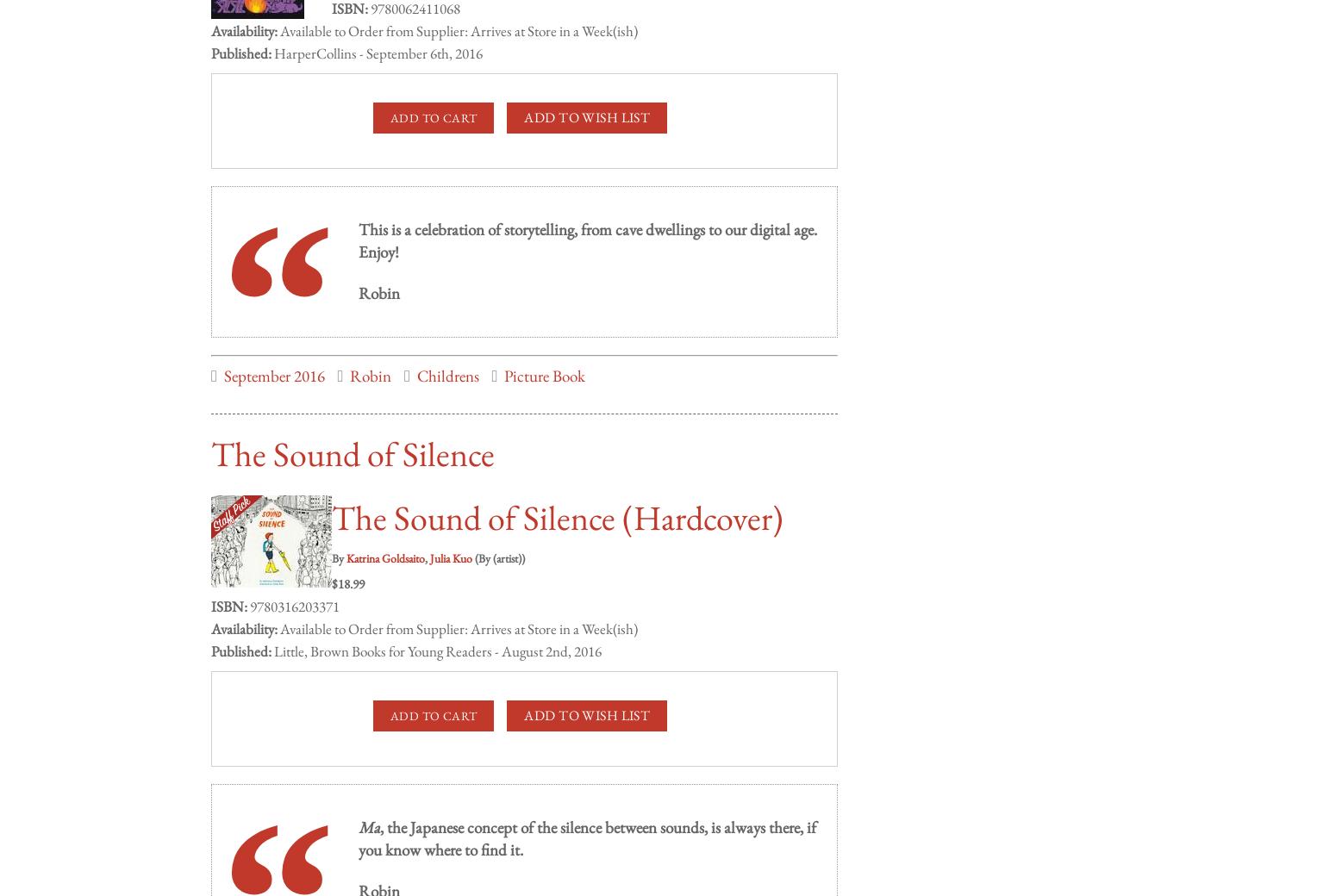 The image size is (1336, 896). What do you see at coordinates (435, 634) in the screenshot?
I see `'Little, Brown Books for Young Readers - August 2nd, 2016'` at bounding box center [435, 634].